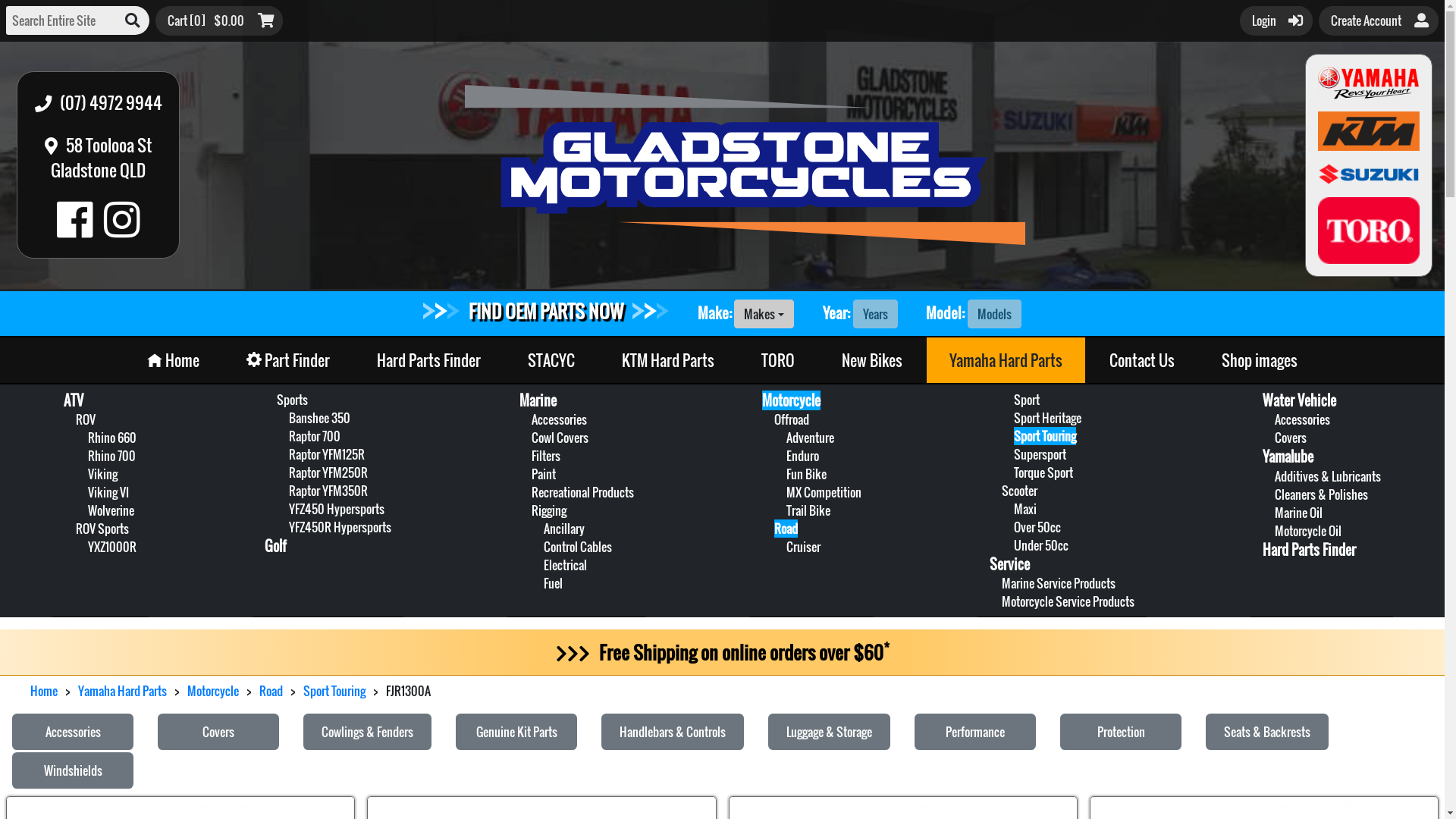 The image size is (1456, 819). I want to click on 'Create Account', so click(1379, 20).